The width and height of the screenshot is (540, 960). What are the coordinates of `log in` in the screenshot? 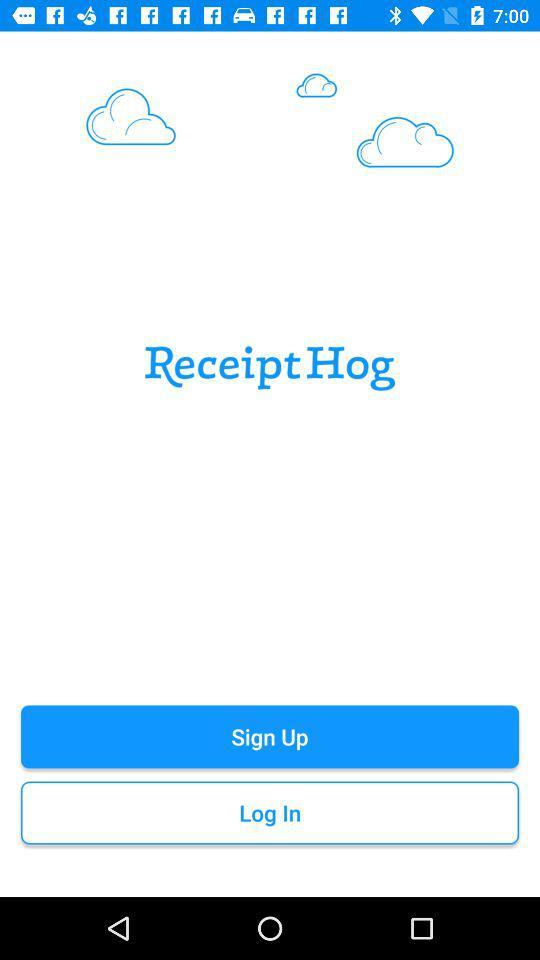 It's located at (270, 813).